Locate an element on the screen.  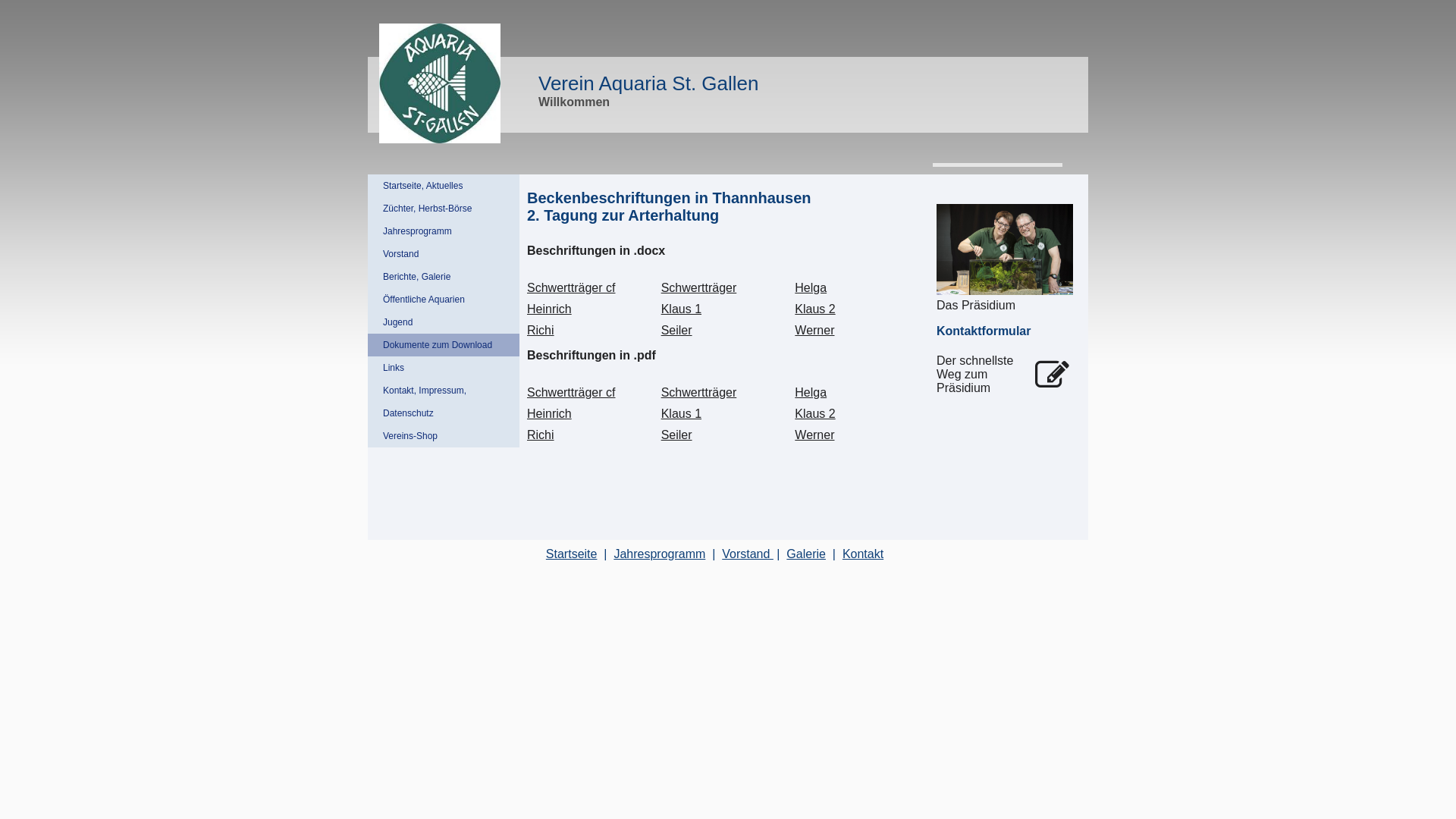
'Helga' is located at coordinates (793, 287).